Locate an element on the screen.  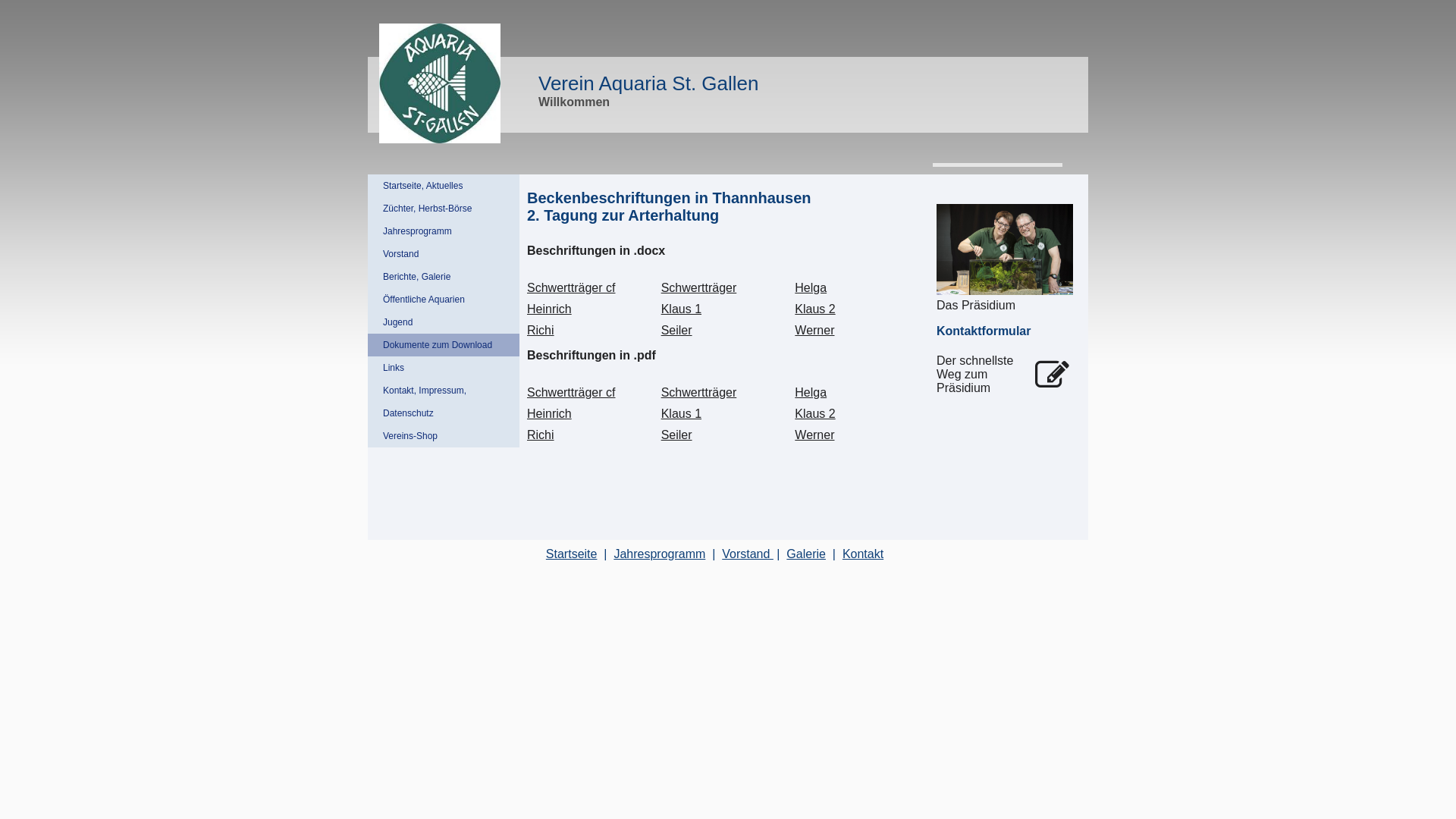
'Helga' is located at coordinates (793, 287).